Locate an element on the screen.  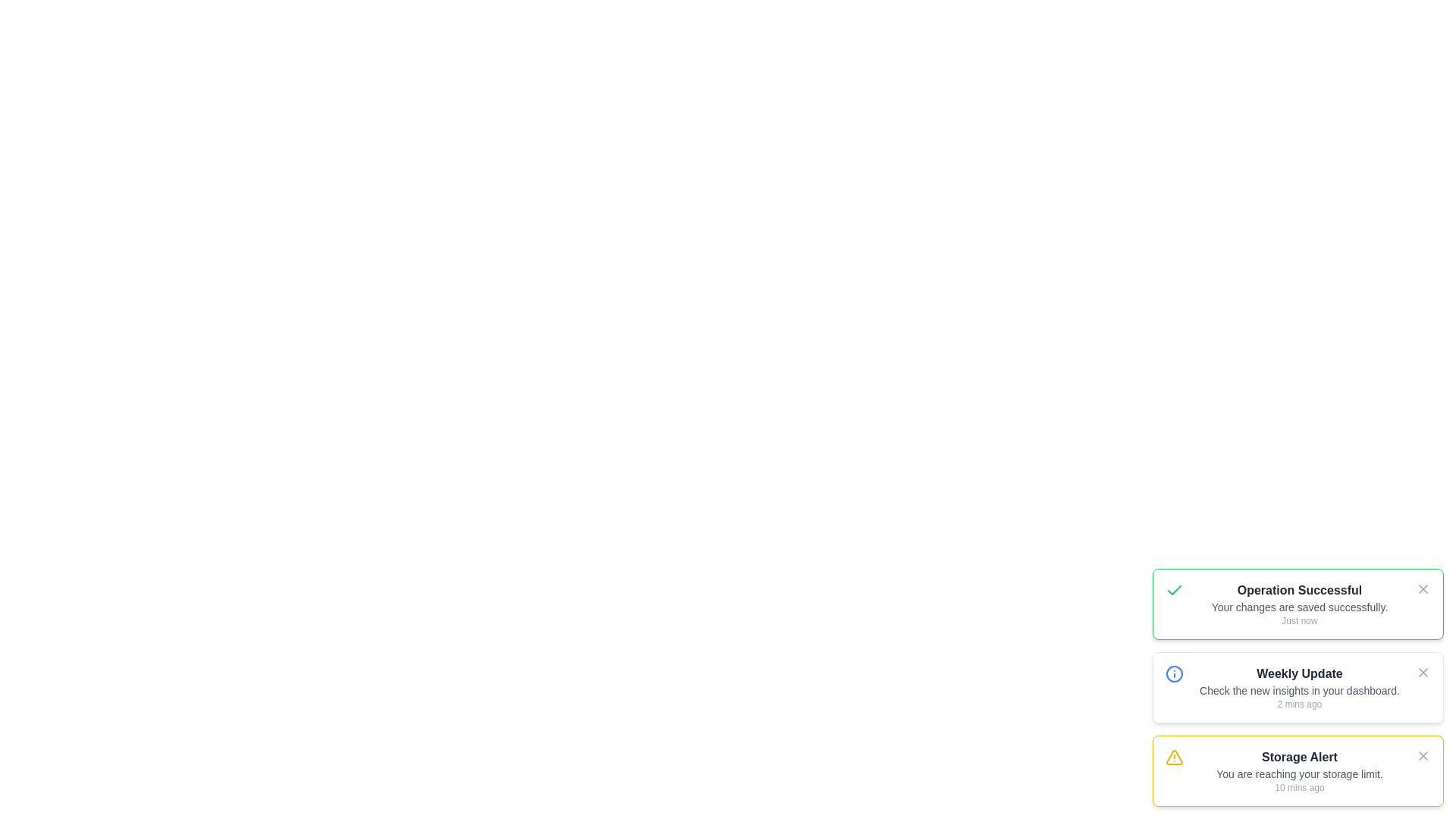
the instructional text label that provides details about the new update in the dashboard, located within the notification box below the 'Weekly Update' header is located at coordinates (1298, 690).